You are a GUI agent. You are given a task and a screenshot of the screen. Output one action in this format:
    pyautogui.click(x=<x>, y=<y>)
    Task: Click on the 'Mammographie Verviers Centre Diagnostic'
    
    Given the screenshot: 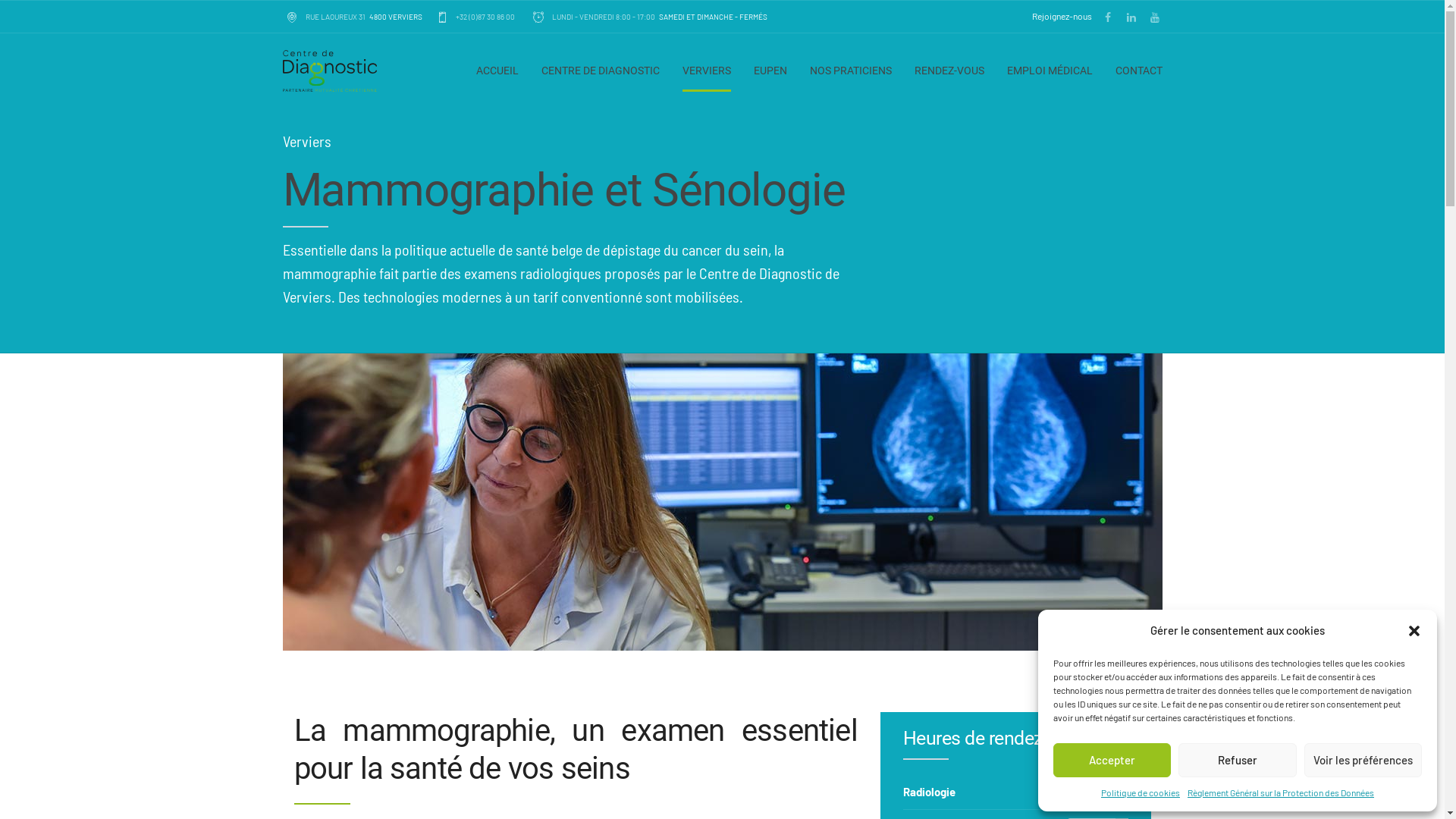 What is the action you would take?
    pyautogui.click(x=282, y=502)
    